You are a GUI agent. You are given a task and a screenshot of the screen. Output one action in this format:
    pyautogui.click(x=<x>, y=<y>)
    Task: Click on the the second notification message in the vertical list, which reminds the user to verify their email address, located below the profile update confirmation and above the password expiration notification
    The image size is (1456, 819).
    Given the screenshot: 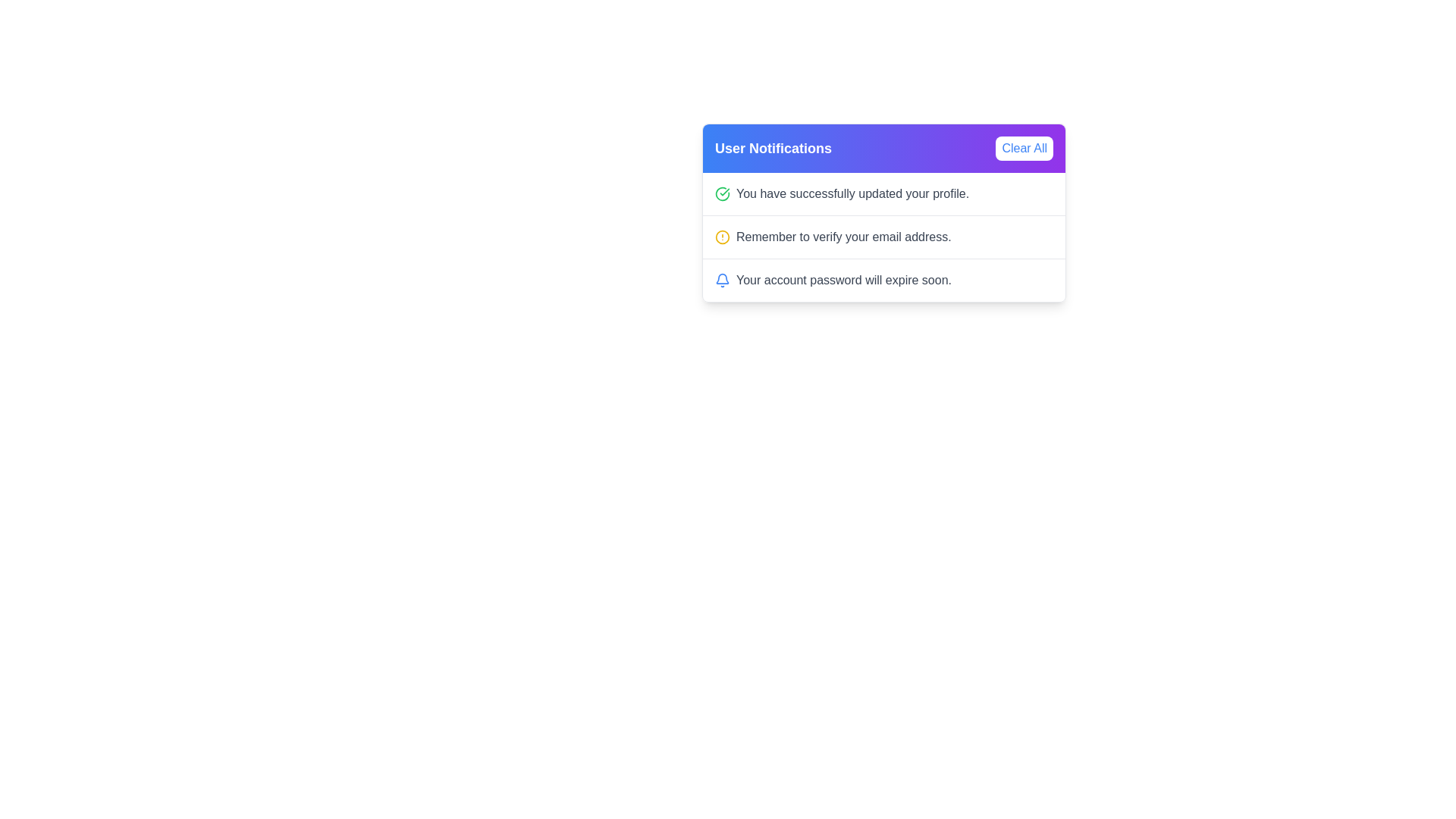 What is the action you would take?
    pyautogui.click(x=843, y=237)
    